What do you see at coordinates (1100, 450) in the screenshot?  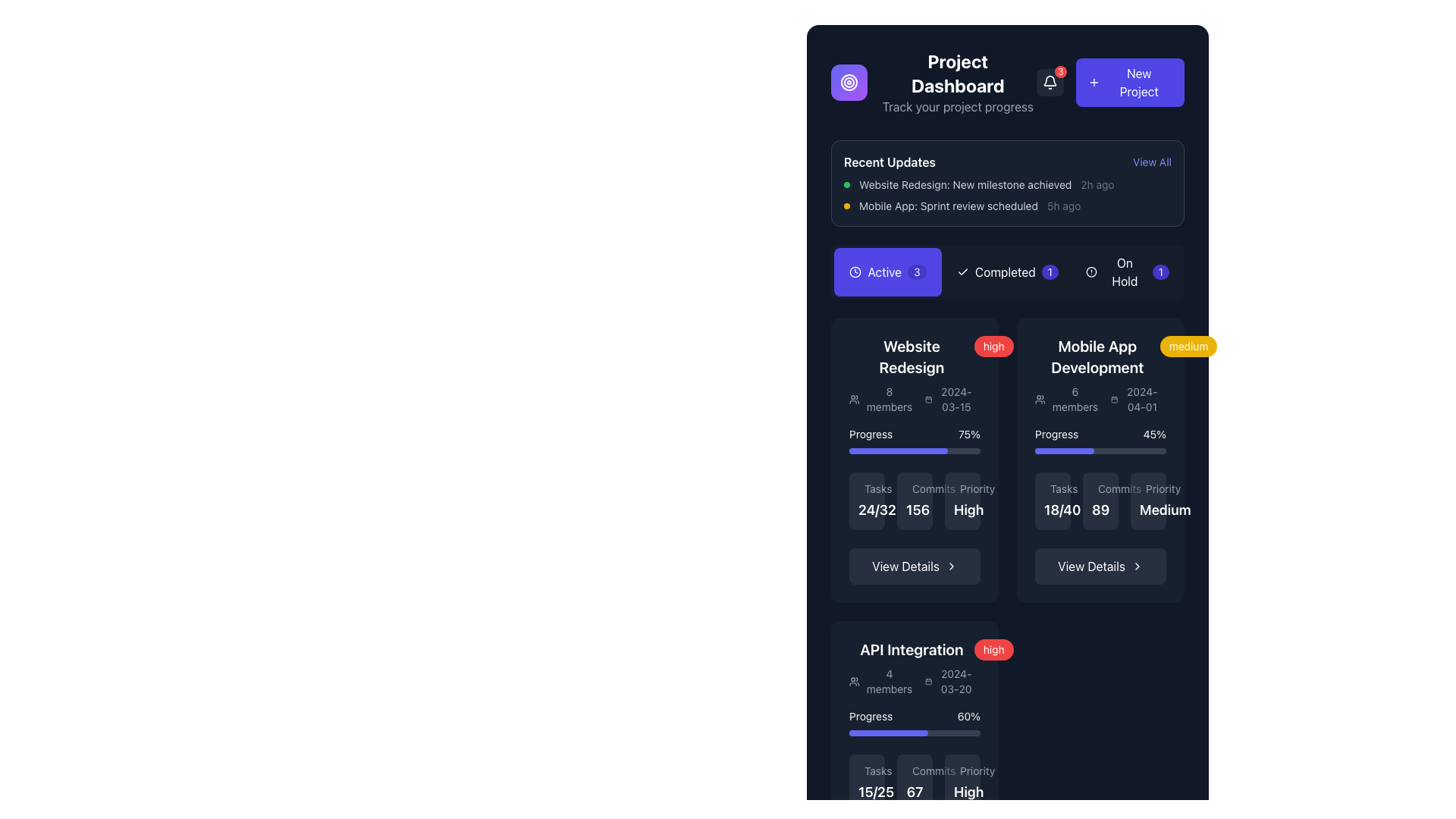 I see `the completion status of the progress bar located beneath the 'Progress 45%' text in the 'Mobile App Development' section` at bounding box center [1100, 450].